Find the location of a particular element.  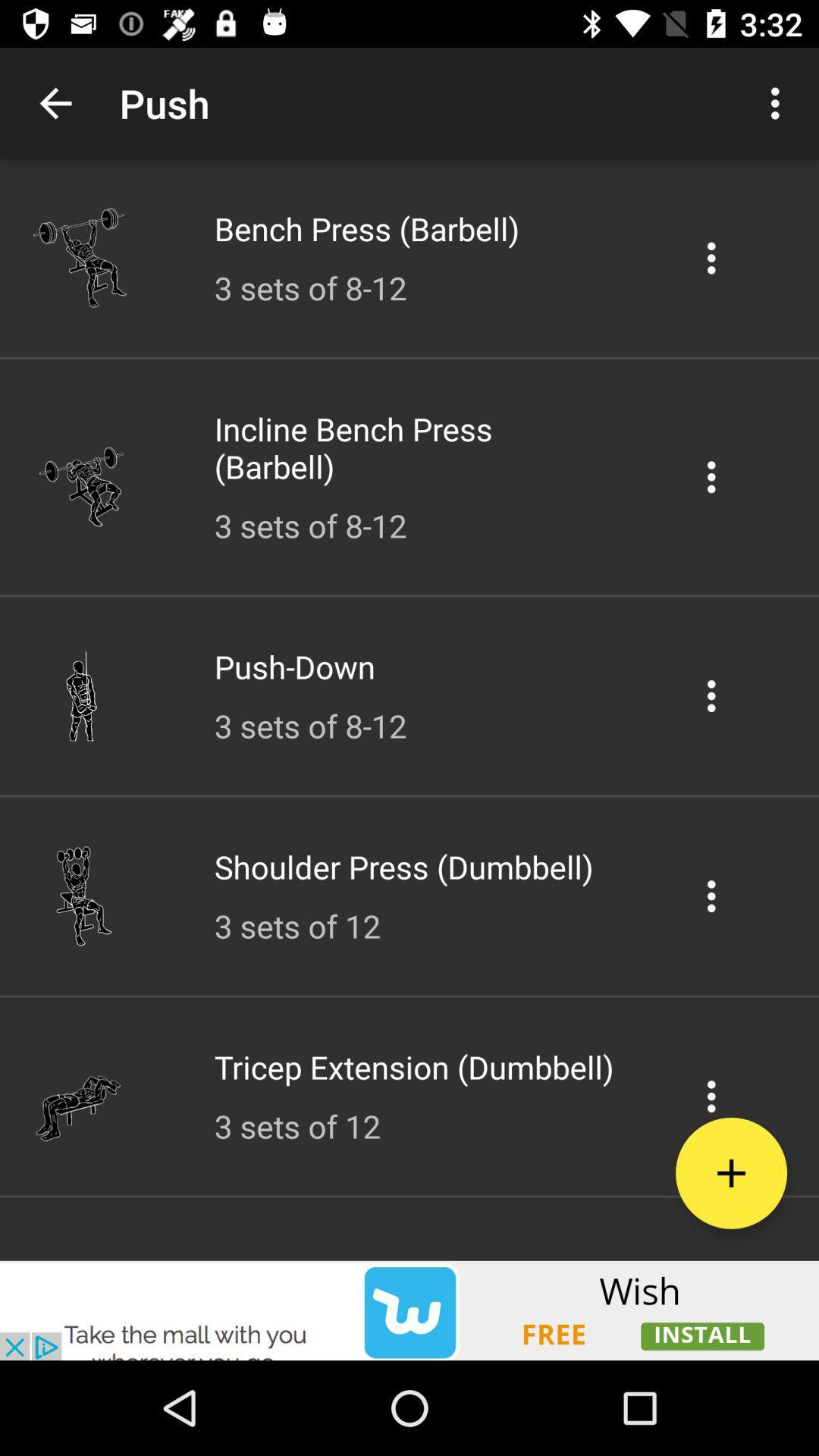

option is located at coordinates (711, 695).